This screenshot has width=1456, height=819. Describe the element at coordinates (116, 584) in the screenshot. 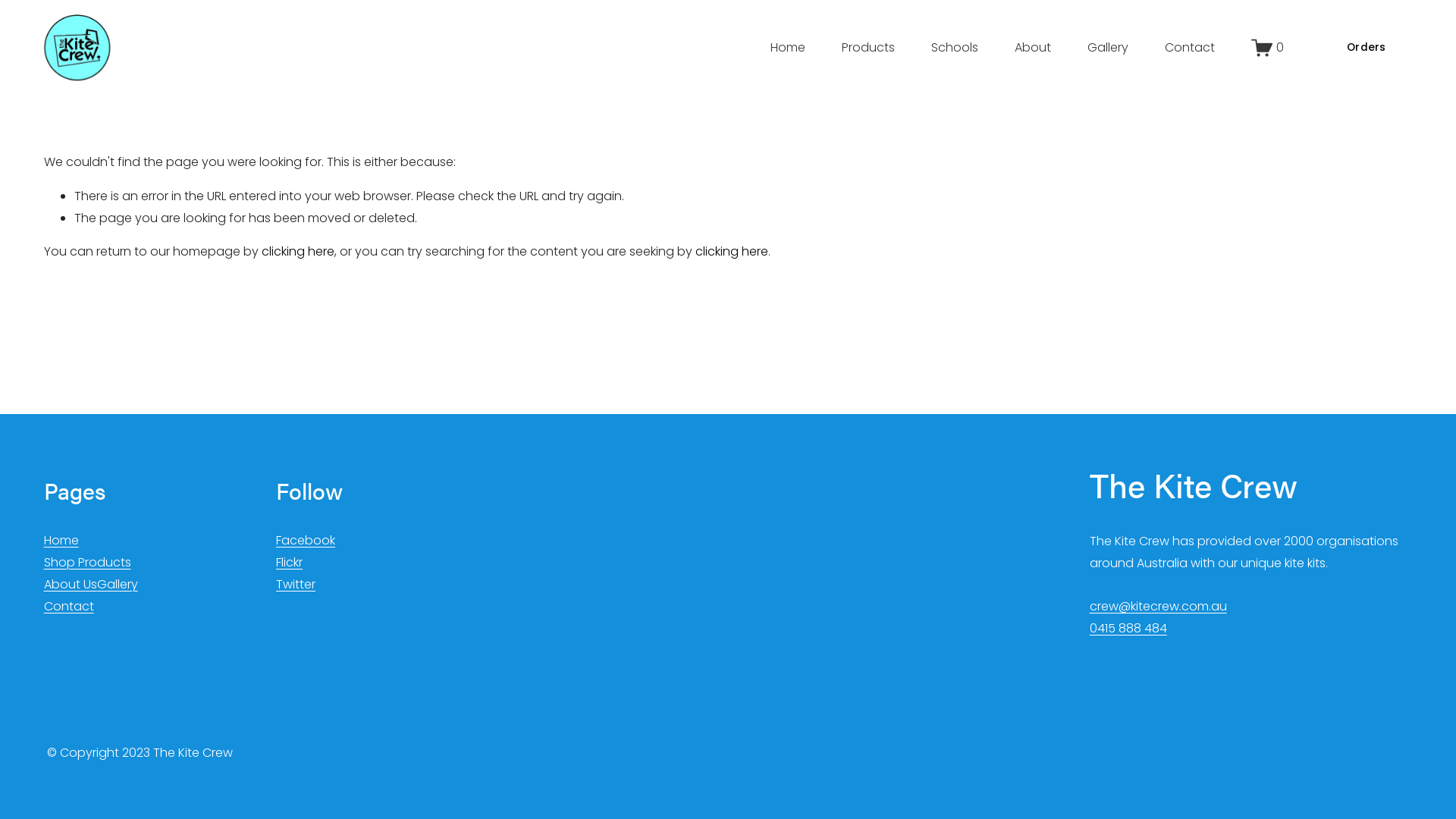

I see `'Gallery'` at that location.